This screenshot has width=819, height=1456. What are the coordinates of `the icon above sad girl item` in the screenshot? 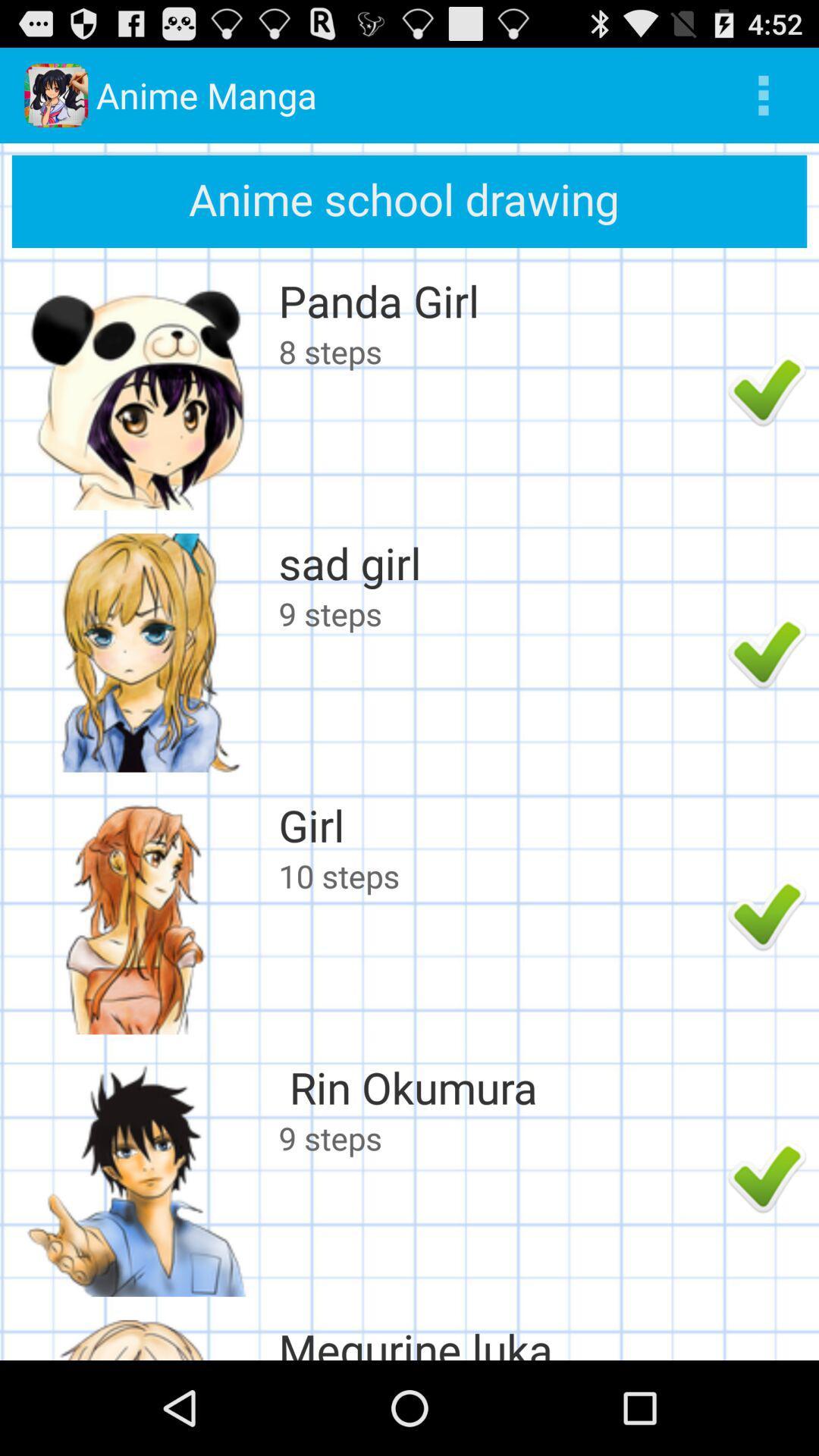 It's located at (499, 350).